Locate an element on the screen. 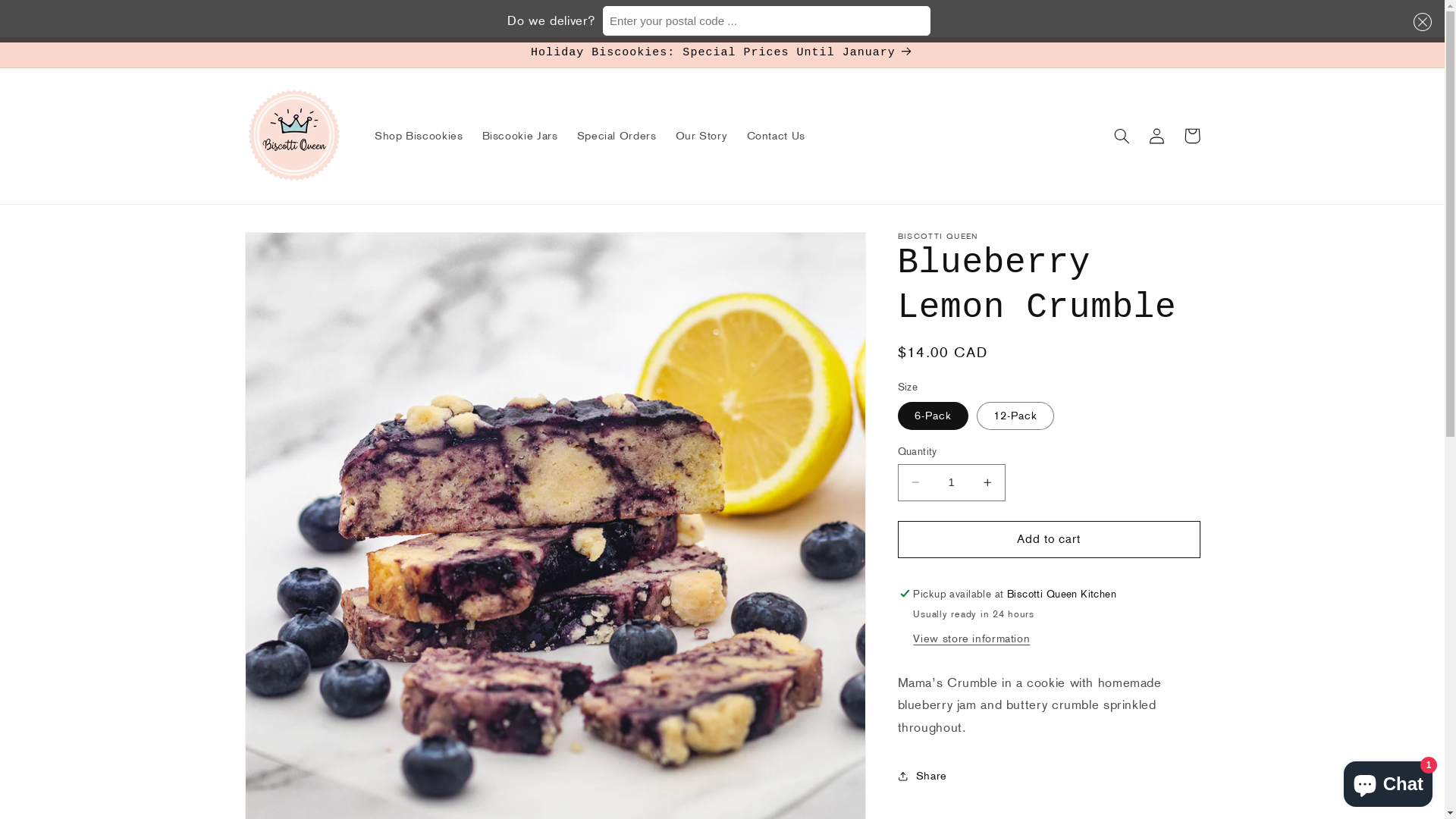 Image resolution: width=1456 pixels, height=819 pixels. 'Contact Us' is located at coordinates (776, 134).